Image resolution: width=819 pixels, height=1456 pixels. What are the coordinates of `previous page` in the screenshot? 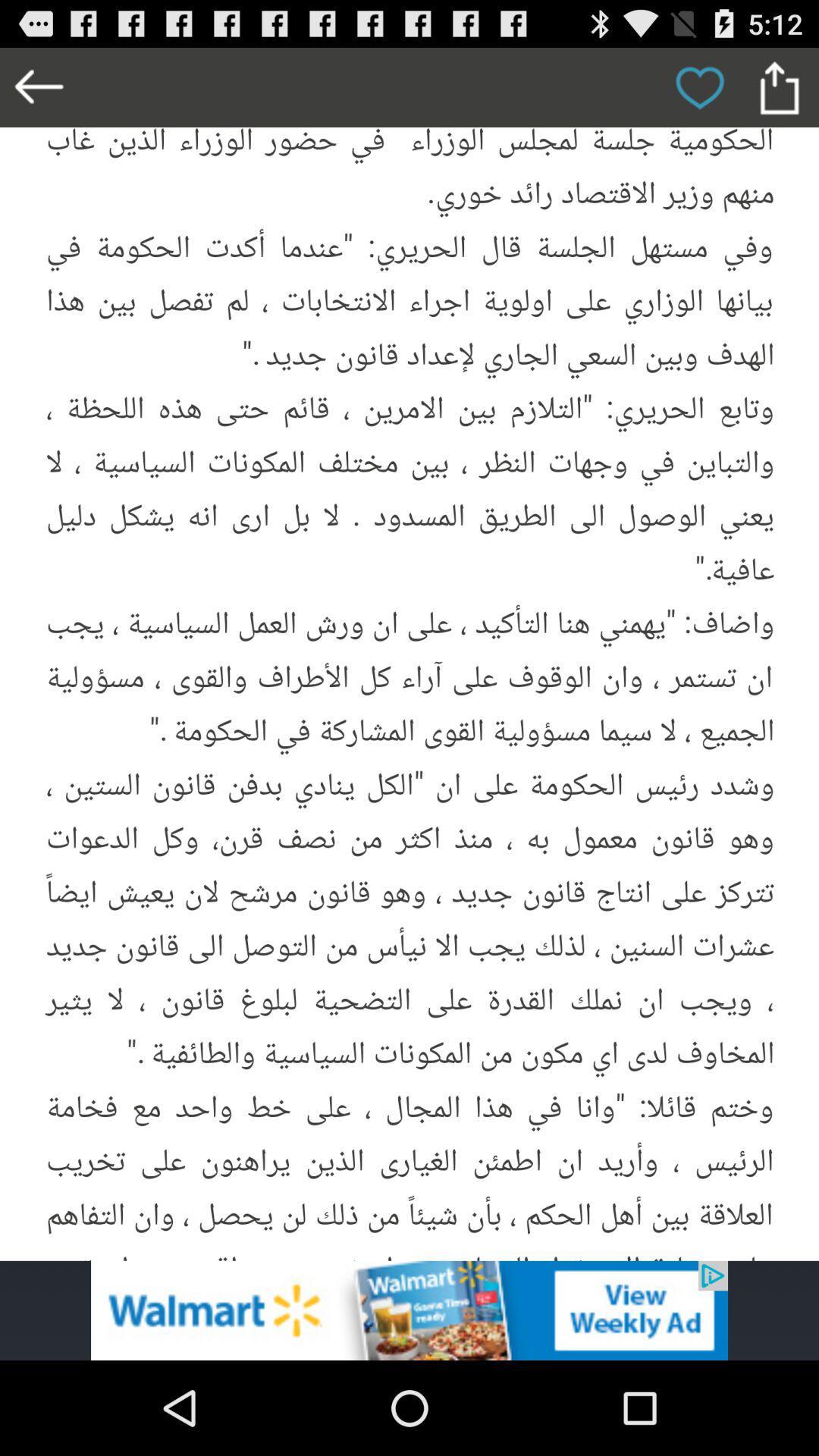 It's located at (39, 86).